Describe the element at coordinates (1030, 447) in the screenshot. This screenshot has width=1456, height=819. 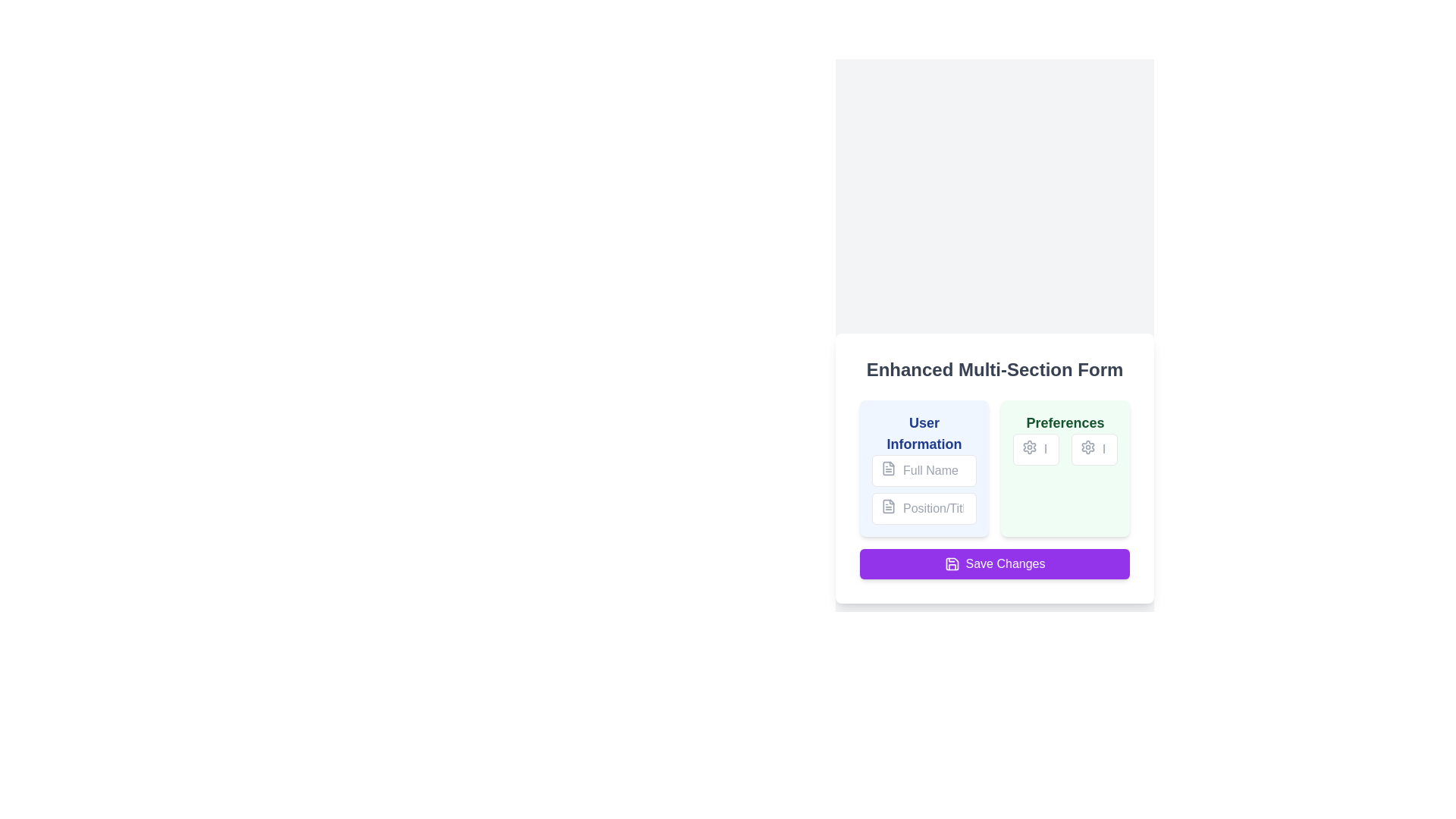
I see `the leftmost icon in the 'Preferences' section` at that location.